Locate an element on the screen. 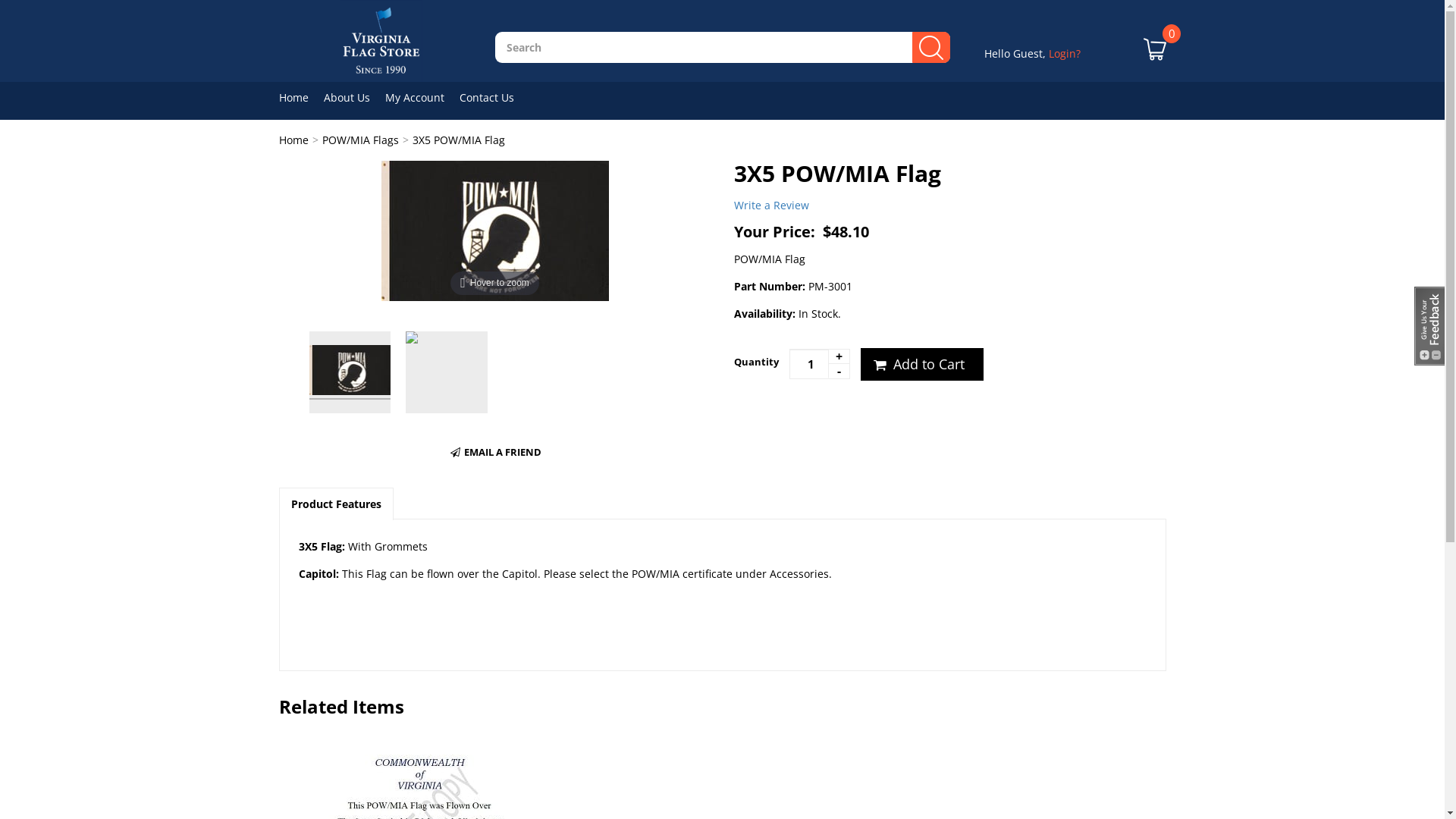 The image size is (1456, 819). 'Product Features' is located at coordinates (334, 503).